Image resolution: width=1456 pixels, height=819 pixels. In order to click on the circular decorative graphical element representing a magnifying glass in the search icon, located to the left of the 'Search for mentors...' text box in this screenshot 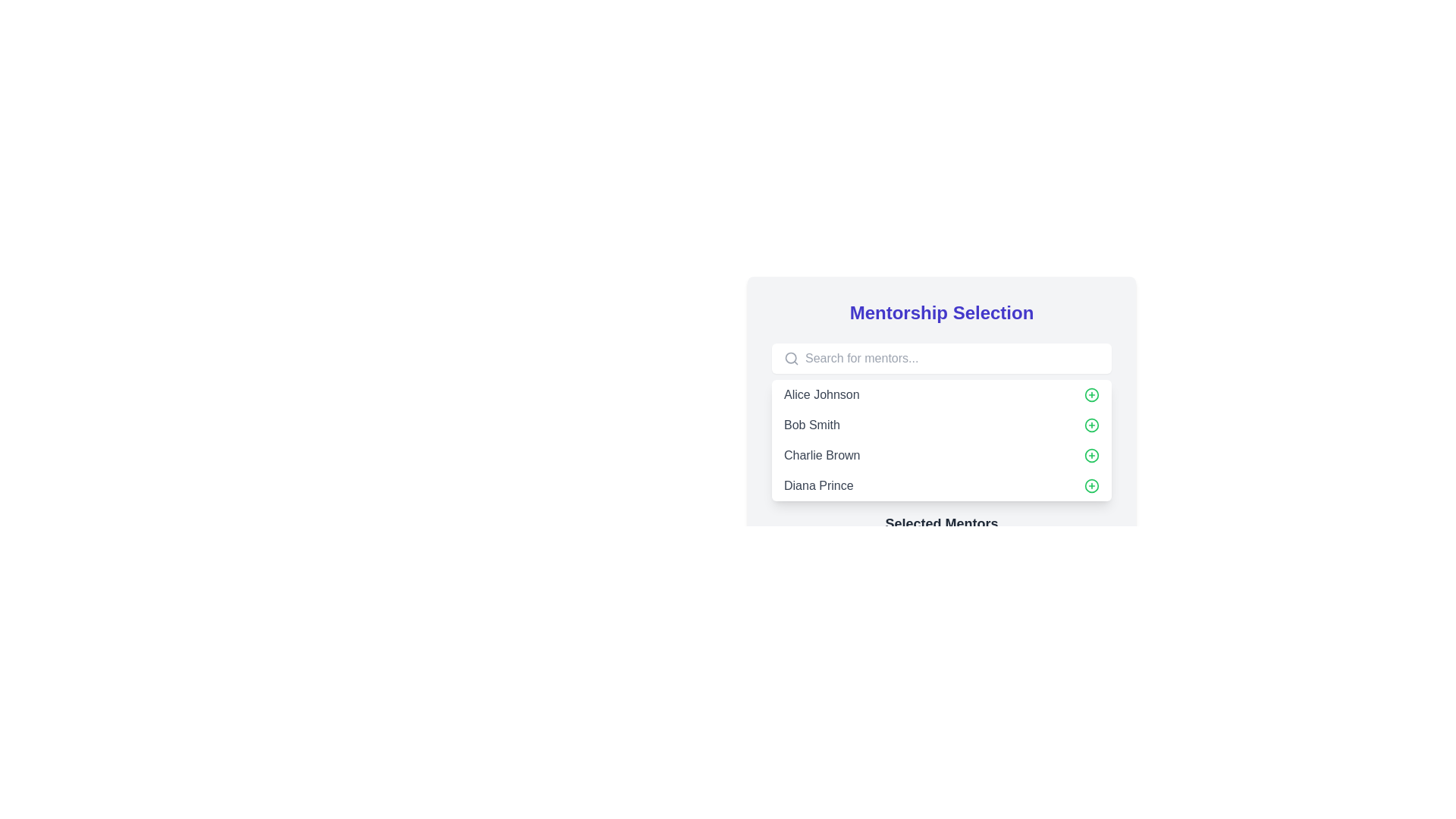, I will do `click(790, 358)`.